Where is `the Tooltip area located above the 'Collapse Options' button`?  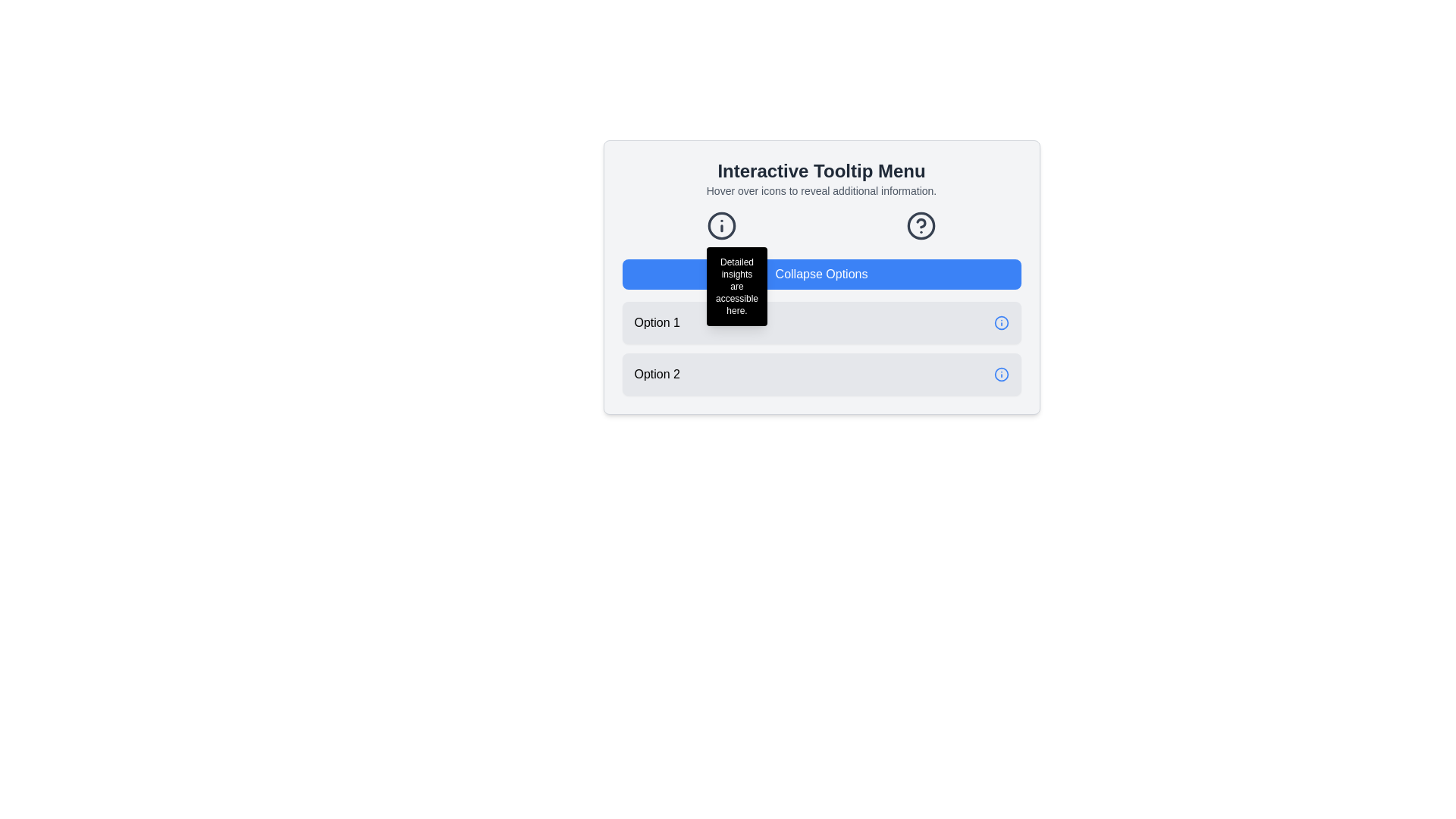 the Tooltip area located above the 'Collapse Options' button is located at coordinates (821, 225).